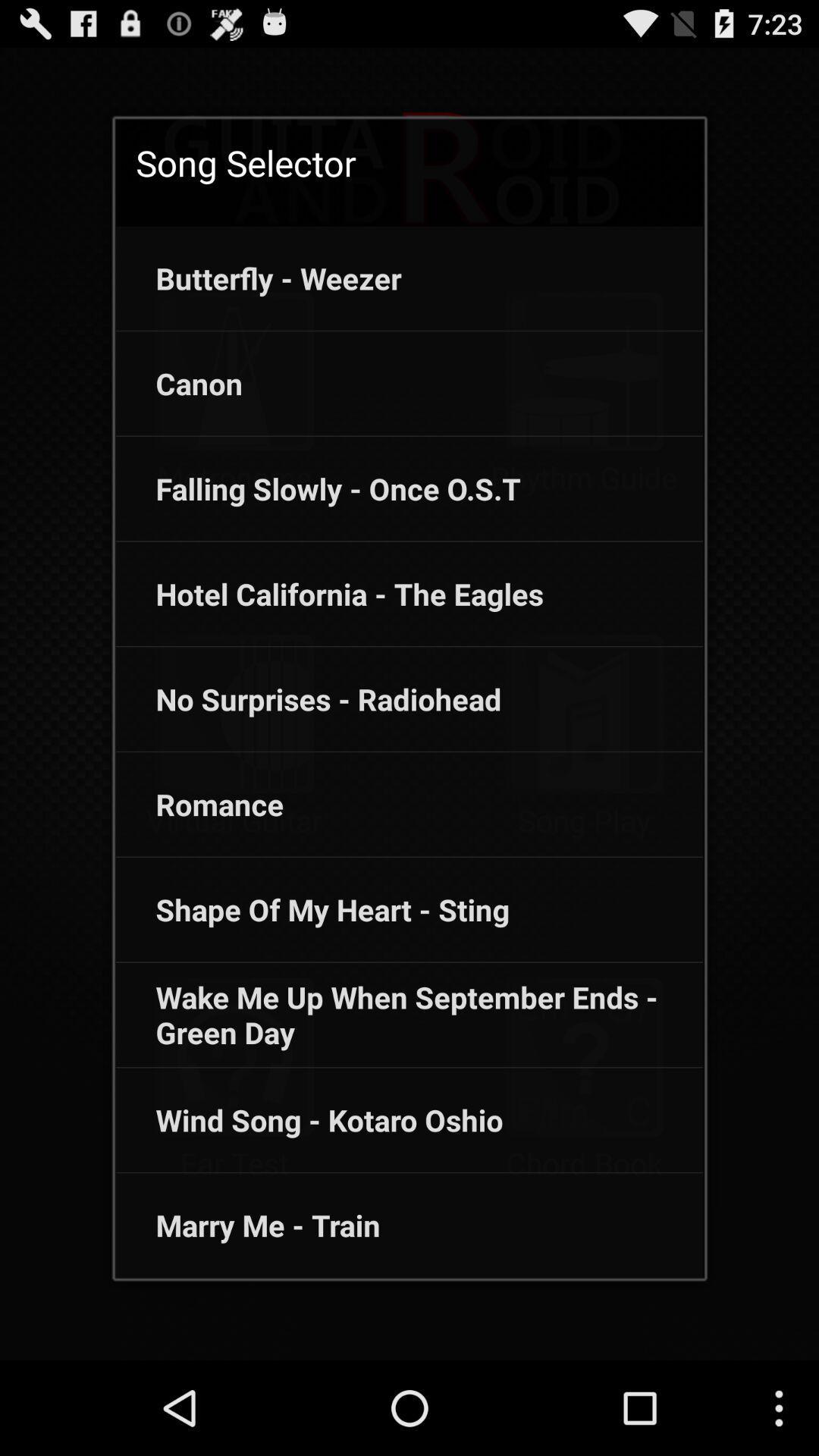 The height and width of the screenshot is (1456, 819). What do you see at coordinates (318, 488) in the screenshot?
I see `the falling slowly once app` at bounding box center [318, 488].